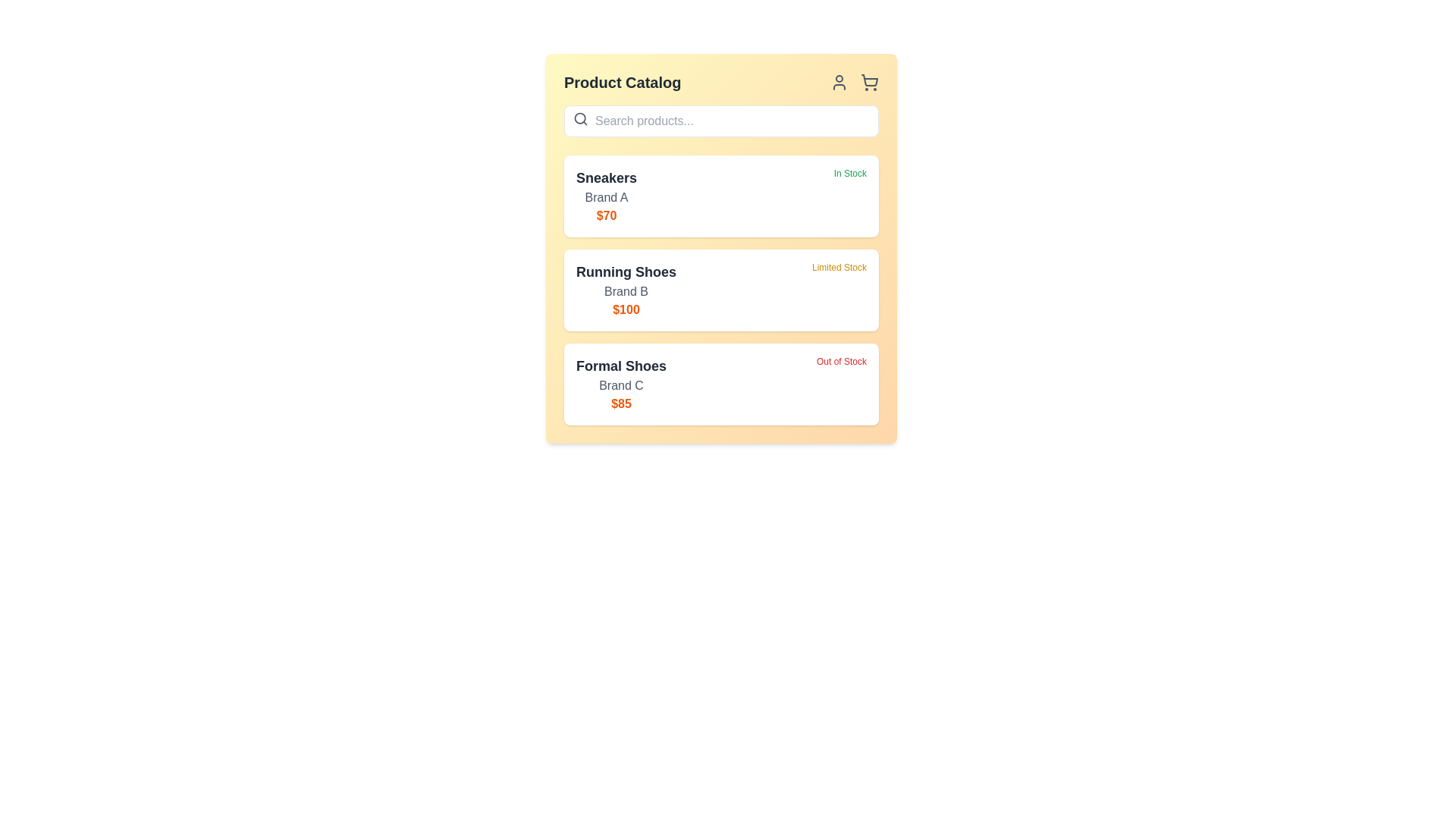 Image resolution: width=1456 pixels, height=819 pixels. I want to click on the text element displaying 'Brand B', which is centrally aligned below the 'Running Shoes' title and above the price '$100', so click(626, 292).